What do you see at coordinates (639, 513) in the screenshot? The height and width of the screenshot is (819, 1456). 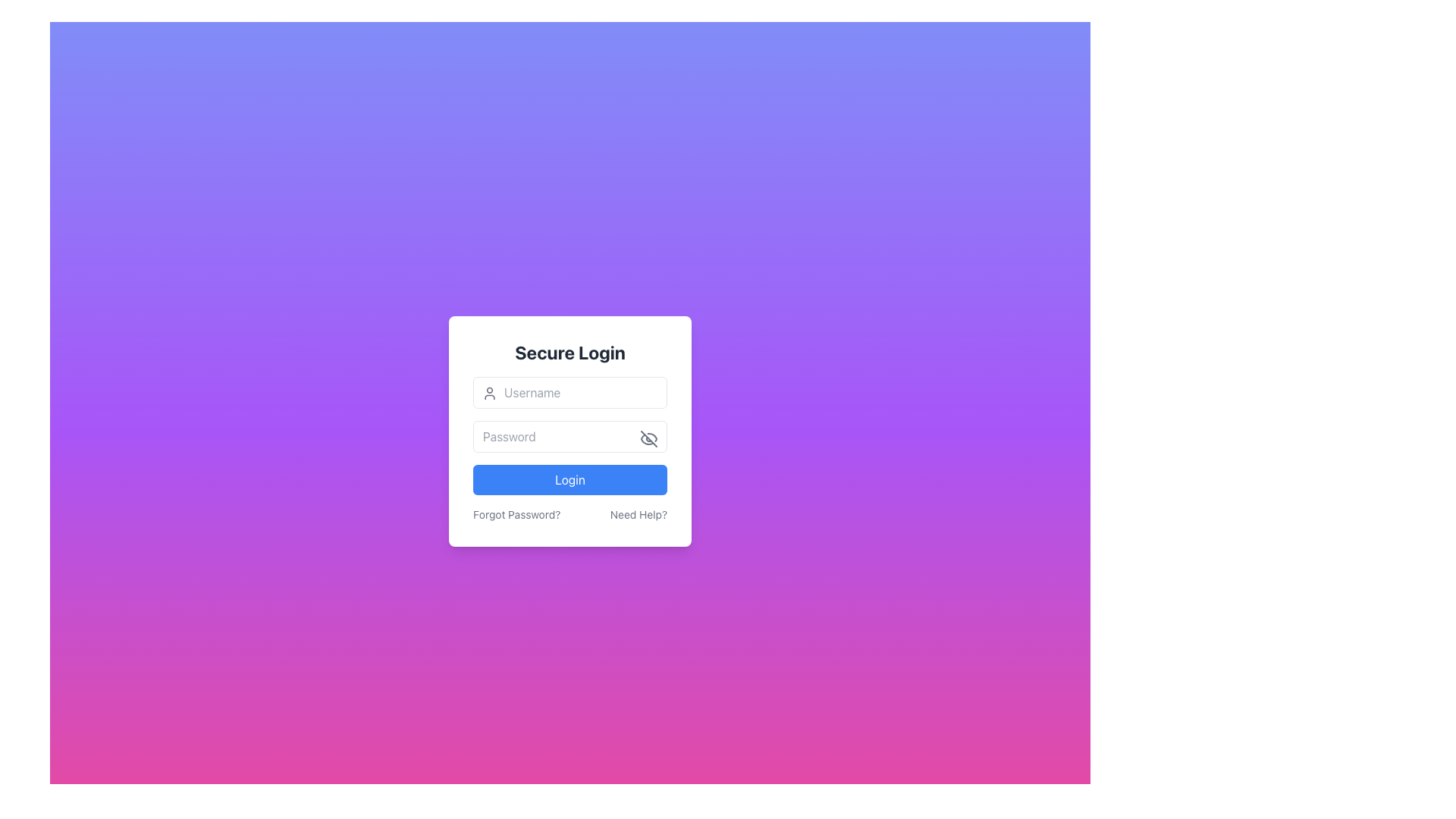 I see `the hyperlink that redirects to the help or support page, positioned at the bottom-right of the login form, following 'Forgot Password?'` at bounding box center [639, 513].